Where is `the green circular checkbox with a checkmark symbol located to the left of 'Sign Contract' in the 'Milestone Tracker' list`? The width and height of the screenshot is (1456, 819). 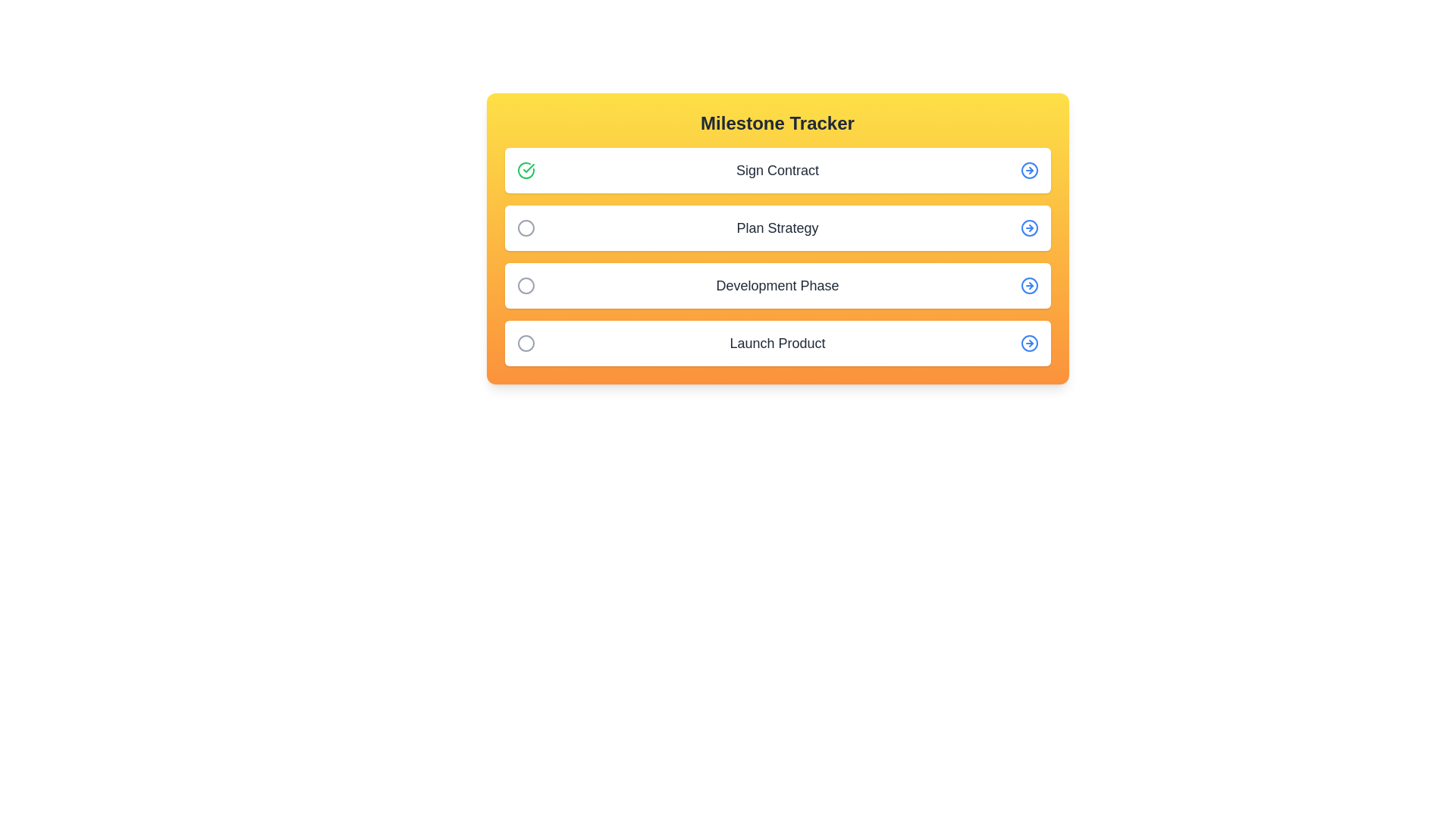
the green circular checkbox with a checkmark symbol located to the left of 'Sign Contract' in the 'Milestone Tracker' list is located at coordinates (526, 170).